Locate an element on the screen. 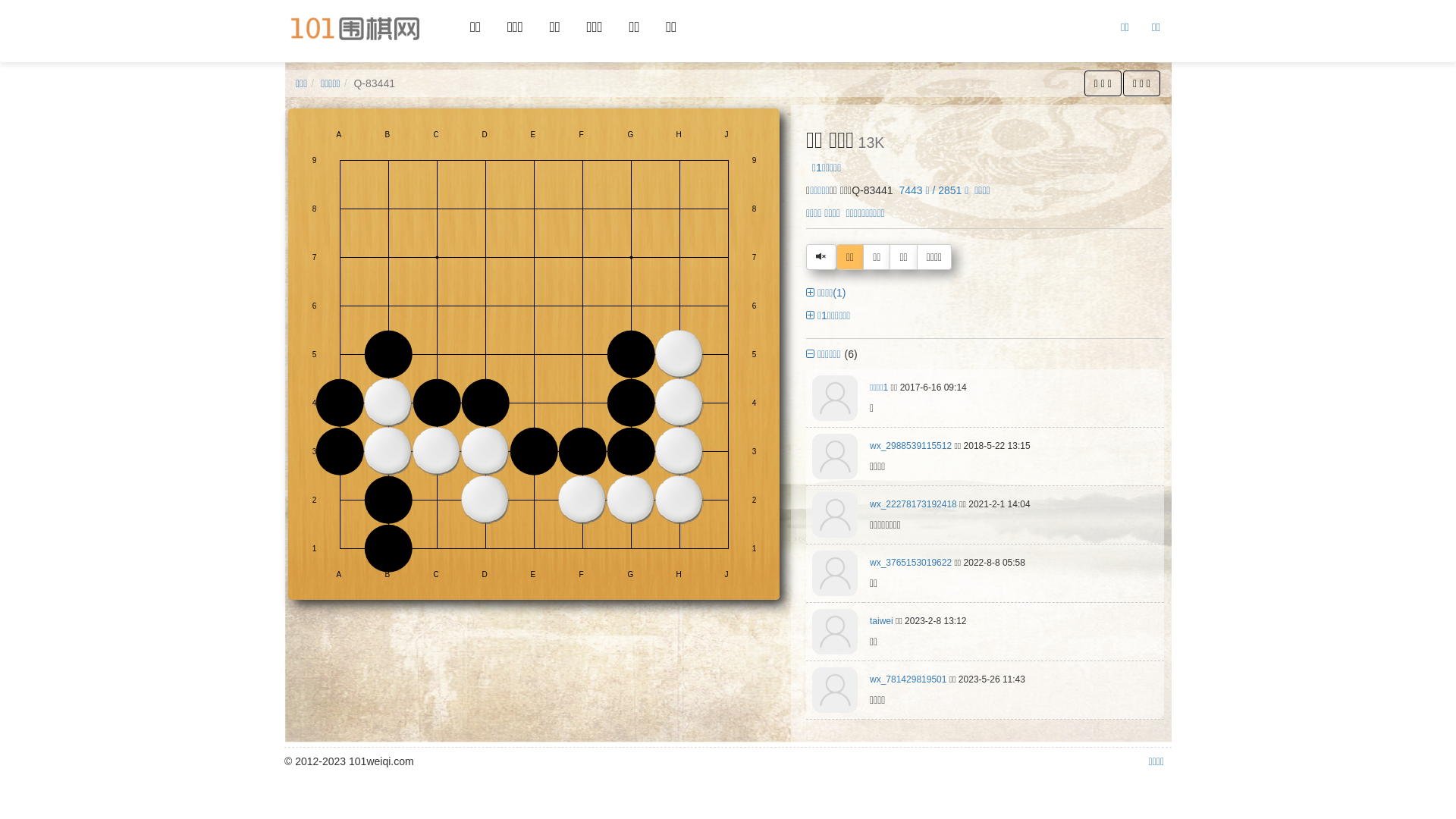 This screenshot has height=819, width=1456. 'wx_781429819501' is located at coordinates (908, 678).